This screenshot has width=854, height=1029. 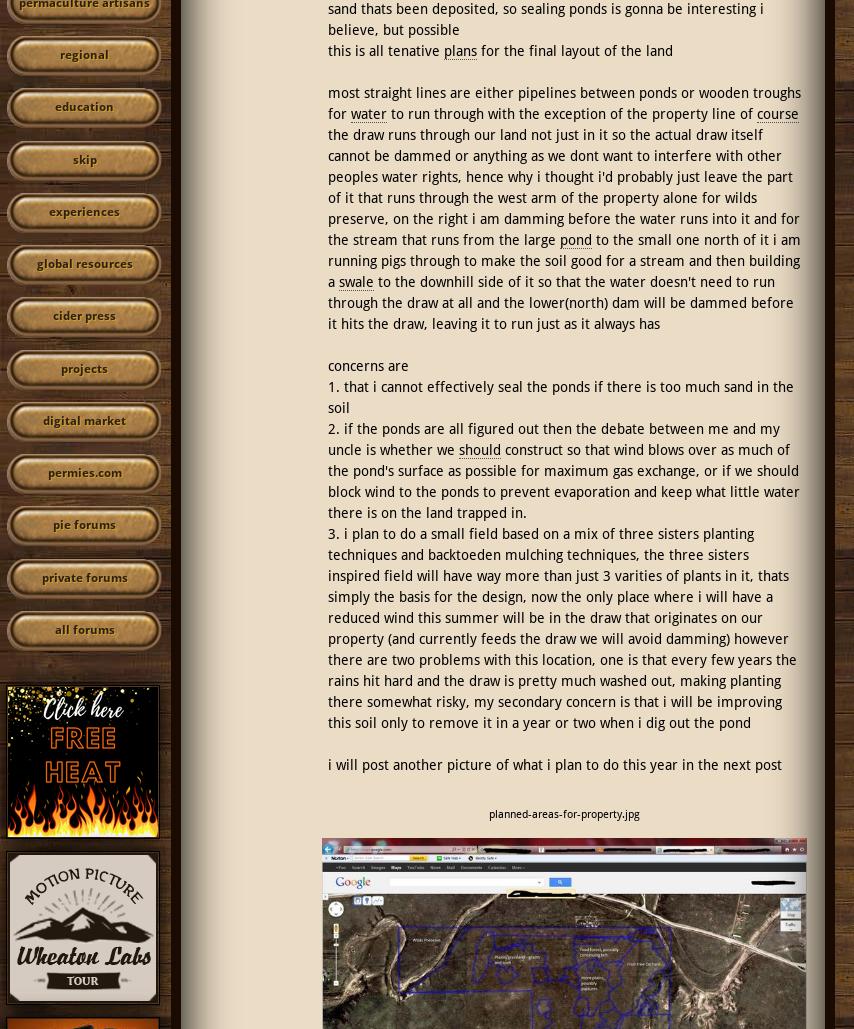 What do you see at coordinates (479, 448) in the screenshot?
I see `'should'` at bounding box center [479, 448].